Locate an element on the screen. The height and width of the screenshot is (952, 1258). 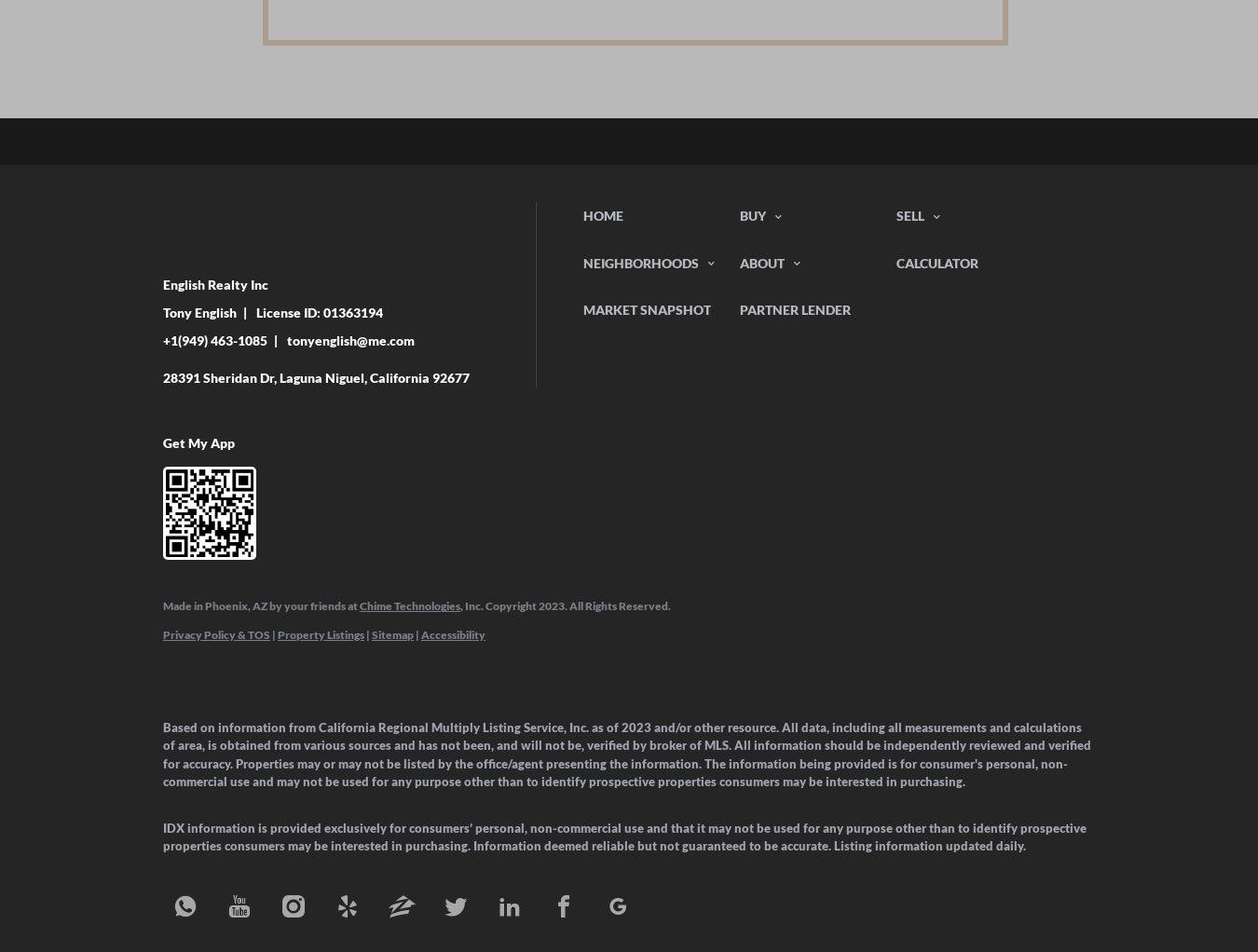
'Privacy Policy & TOS' is located at coordinates (215, 632).